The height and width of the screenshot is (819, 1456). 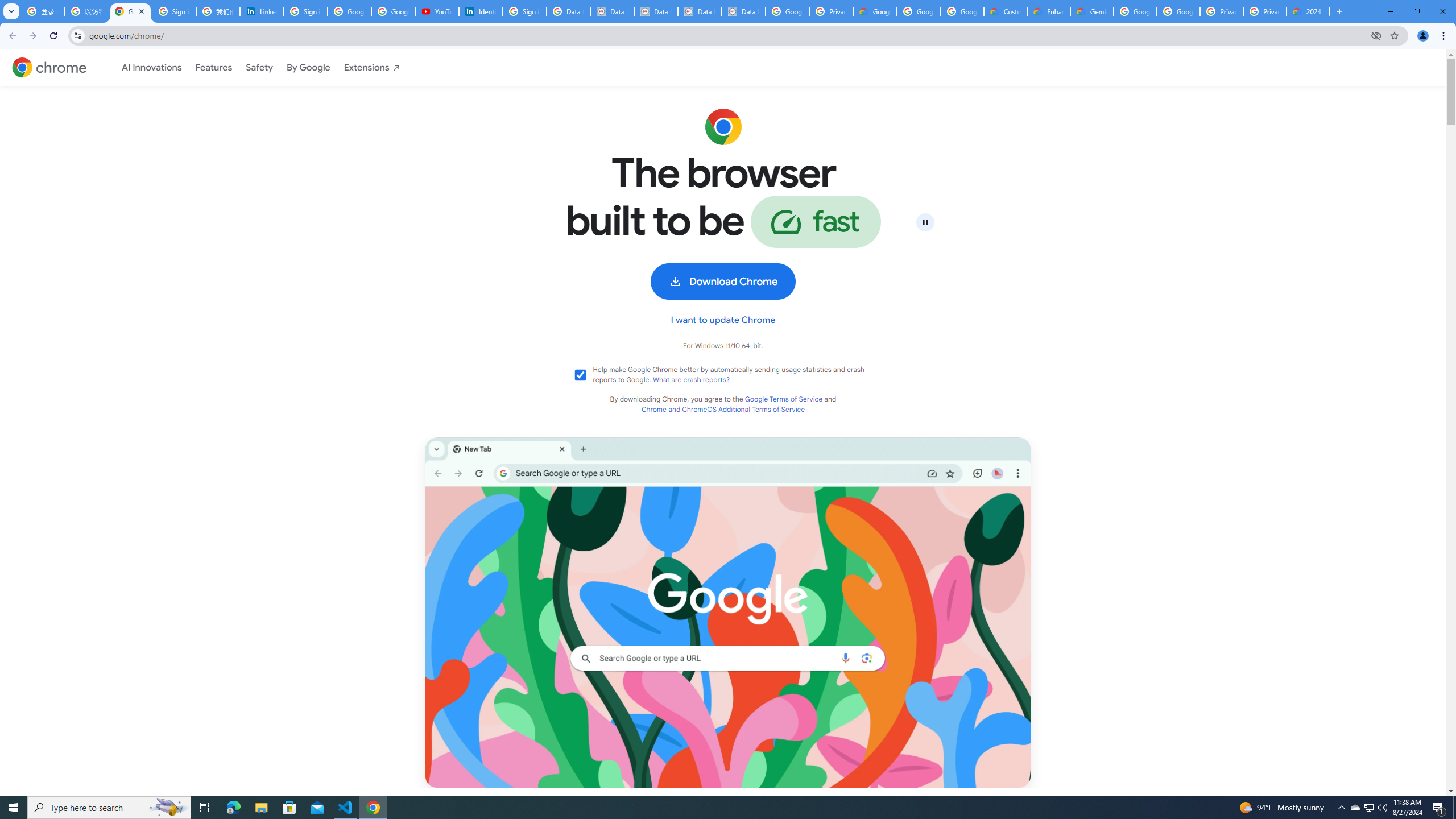 I want to click on 'Google Cloud Platform', so click(x=1178, y=11).